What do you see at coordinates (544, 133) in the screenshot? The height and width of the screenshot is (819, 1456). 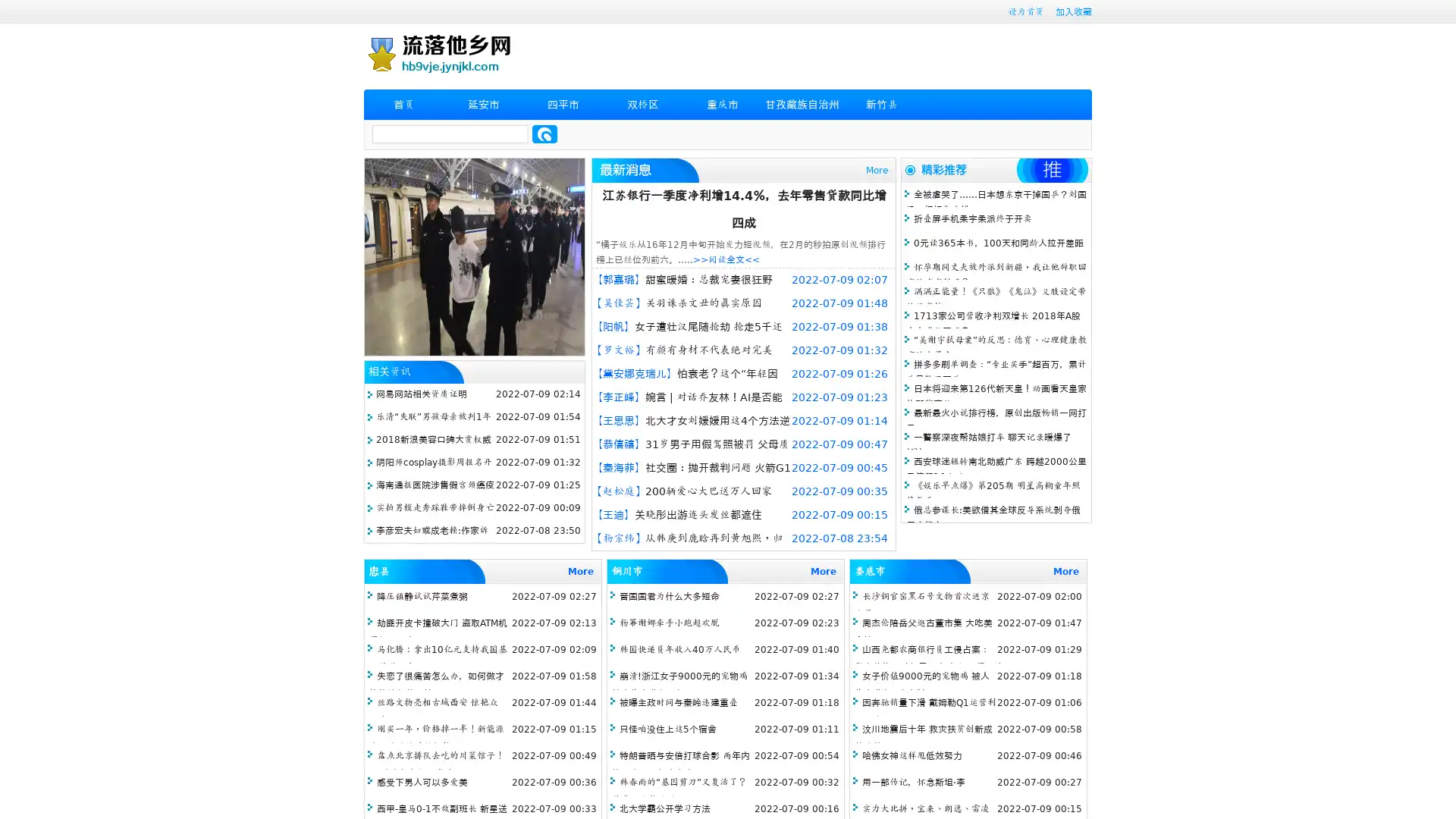 I see `Search` at bounding box center [544, 133].